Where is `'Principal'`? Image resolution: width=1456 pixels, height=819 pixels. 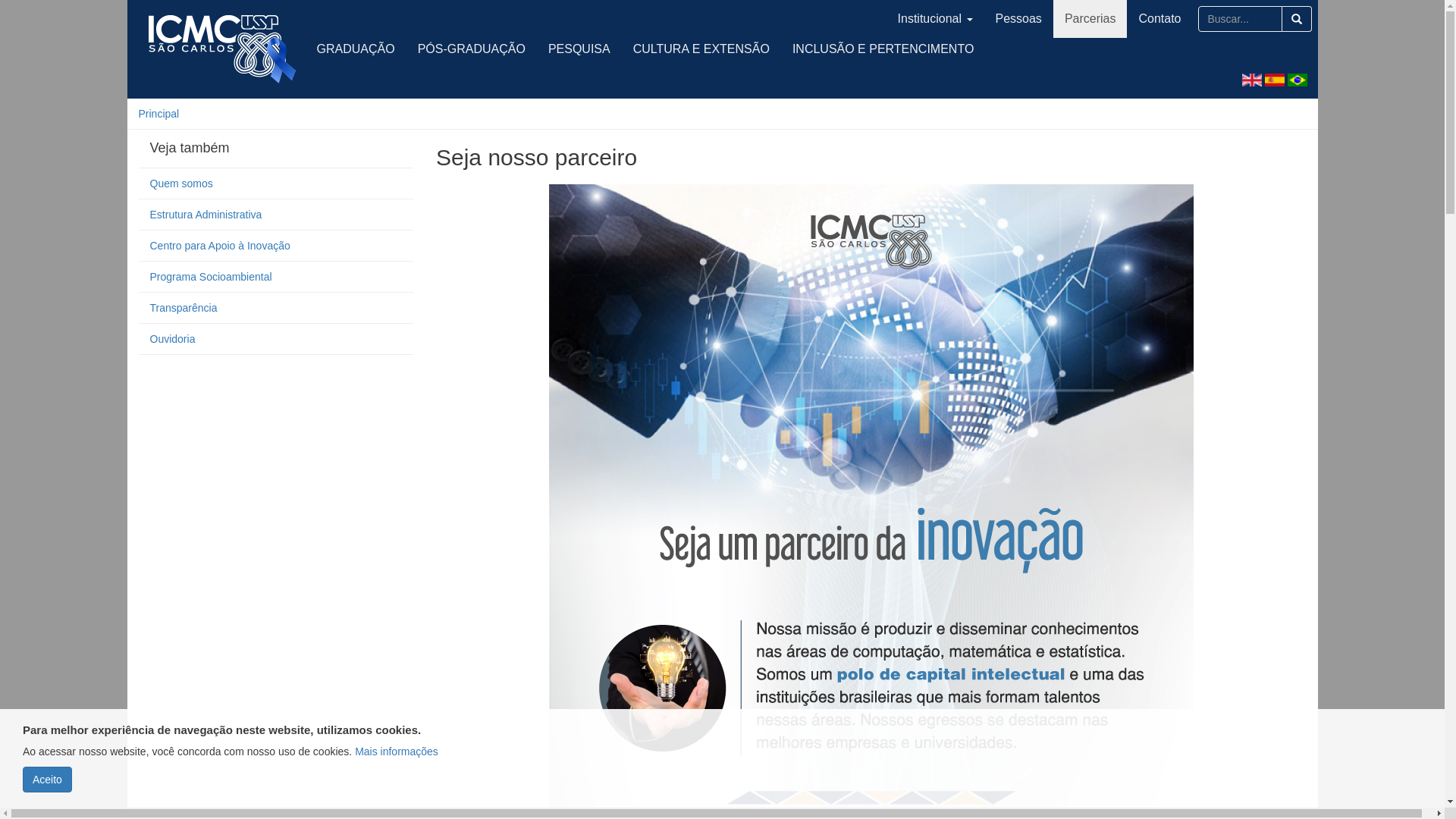 'Principal' is located at coordinates (158, 113).